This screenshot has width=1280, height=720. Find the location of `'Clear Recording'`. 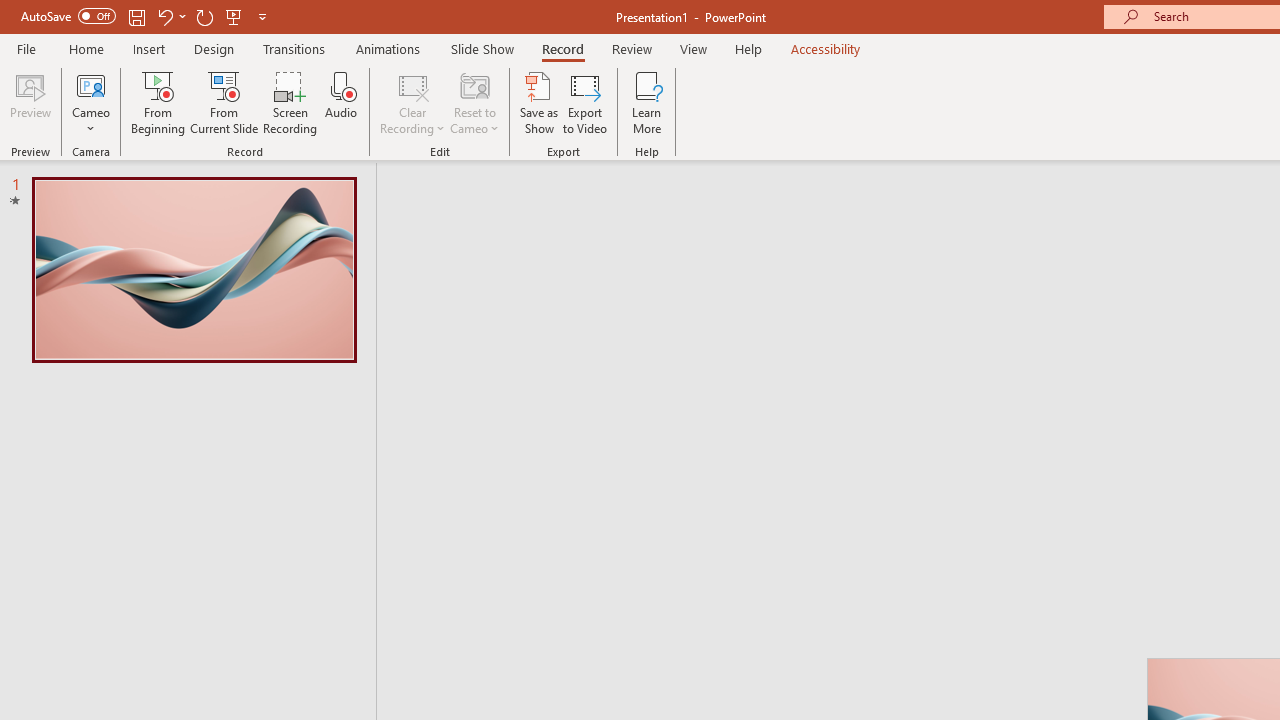

'Clear Recording' is located at coordinates (411, 103).